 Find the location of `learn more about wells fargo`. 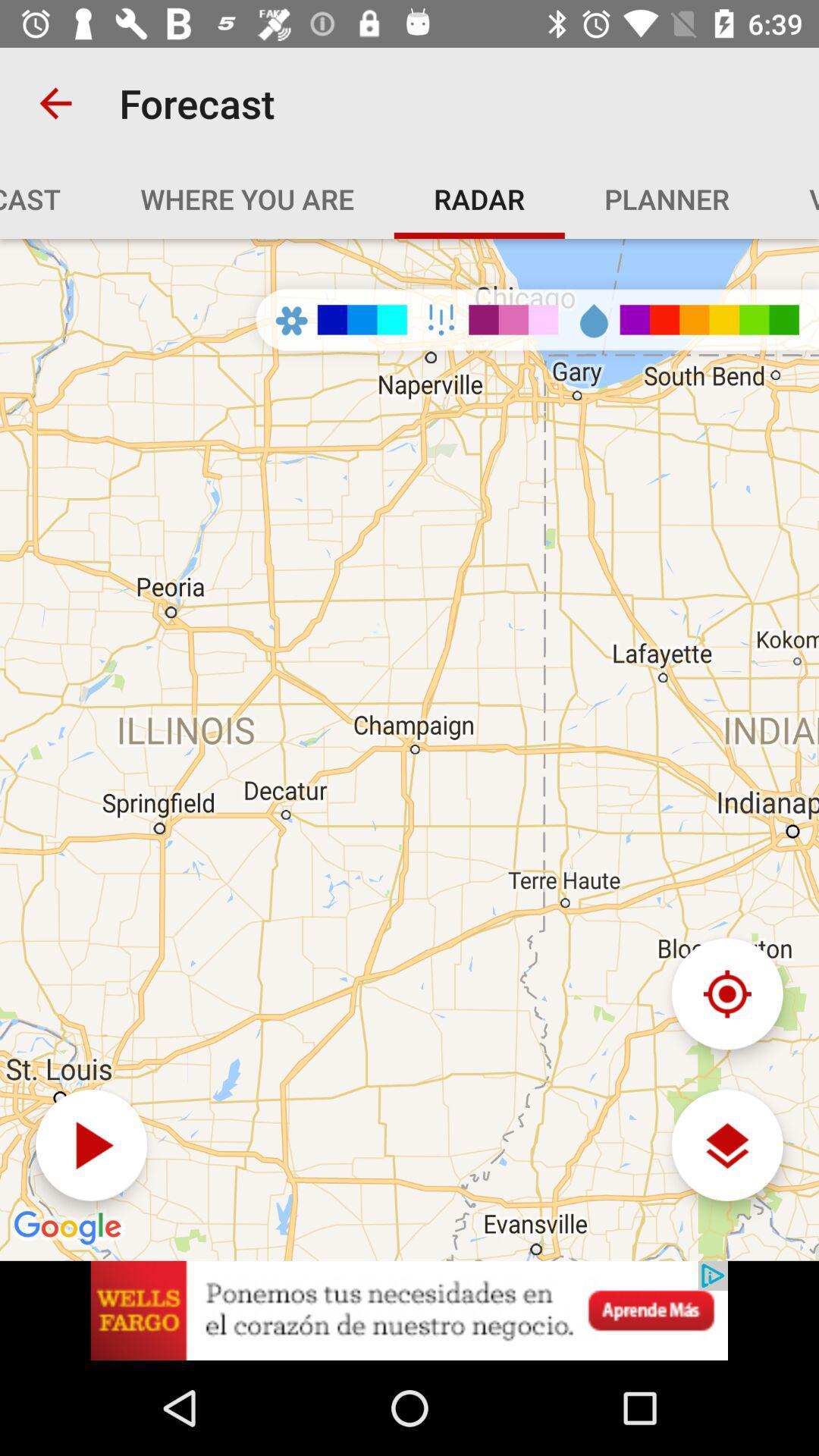

learn more about wells fargo is located at coordinates (409, 1310).